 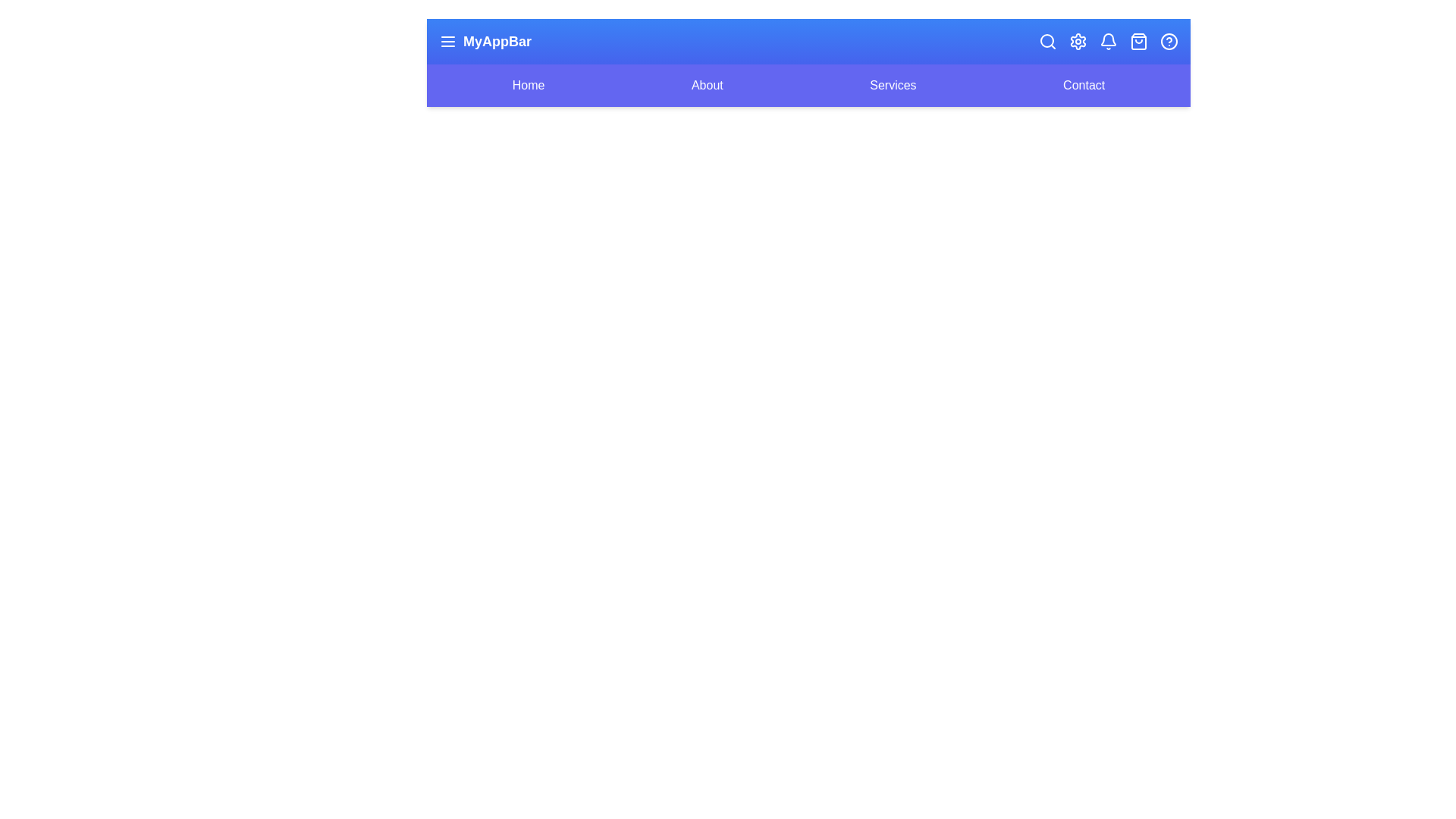 What do you see at coordinates (447, 40) in the screenshot?
I see `the menu button to toggle the menu visibility` at bounding box center [447, 40].